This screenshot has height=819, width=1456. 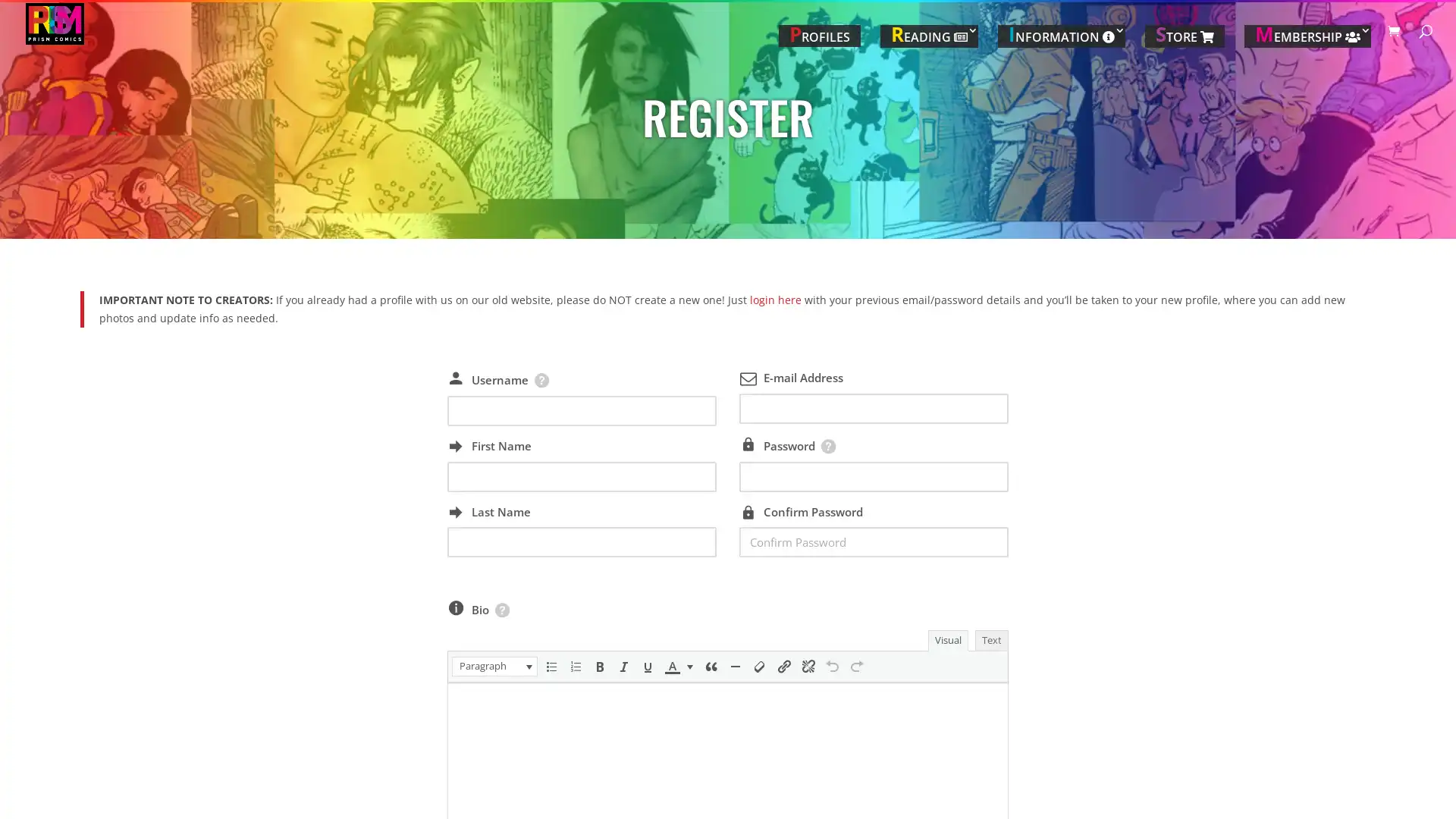 What do you see at coordinates (783, 666) in the screenshot?
I see `Insert/edit link (K)` at bounding box center [783, 666].